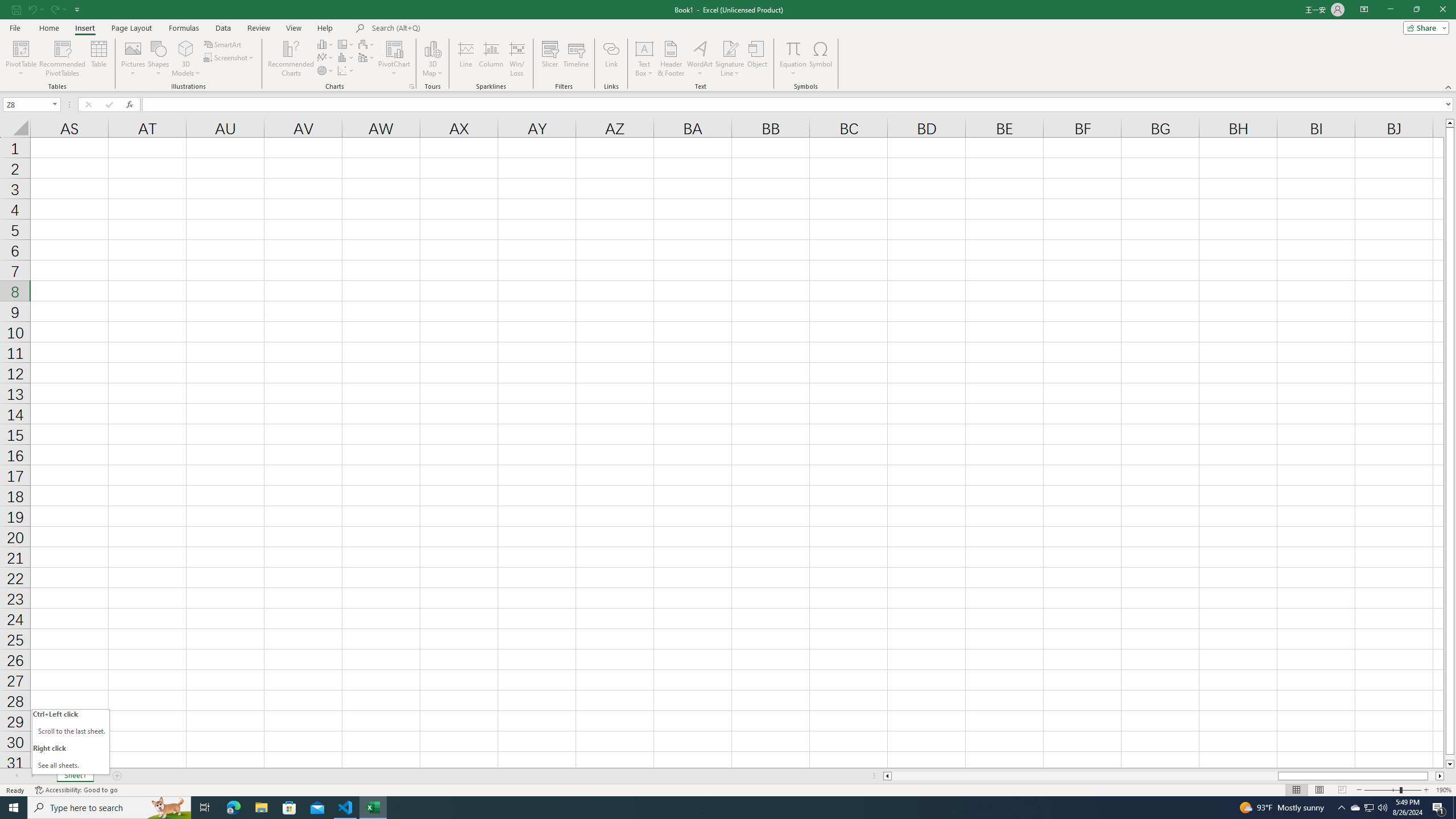 Image resolution: width=1456 pixels, height=819 pixels. What do you see at coordinates (730, 59) in the screenshot?
I see `'Signature Line'` at bounding box center [730, 59].